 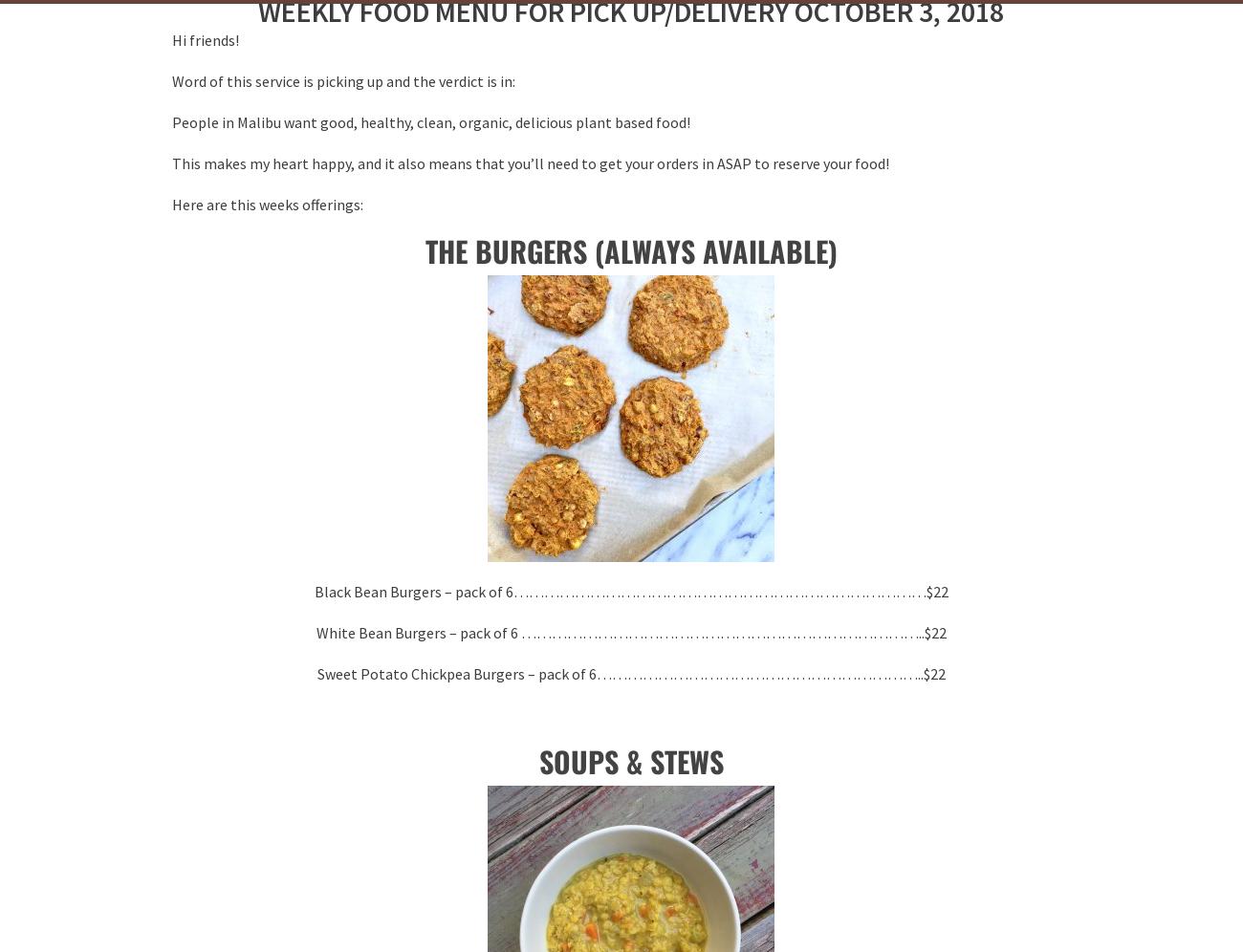 What do you see at coordinates (629, 250) in the screenshot?
I see `'The Burgers (always available)'` at bounding box center [629, 250].